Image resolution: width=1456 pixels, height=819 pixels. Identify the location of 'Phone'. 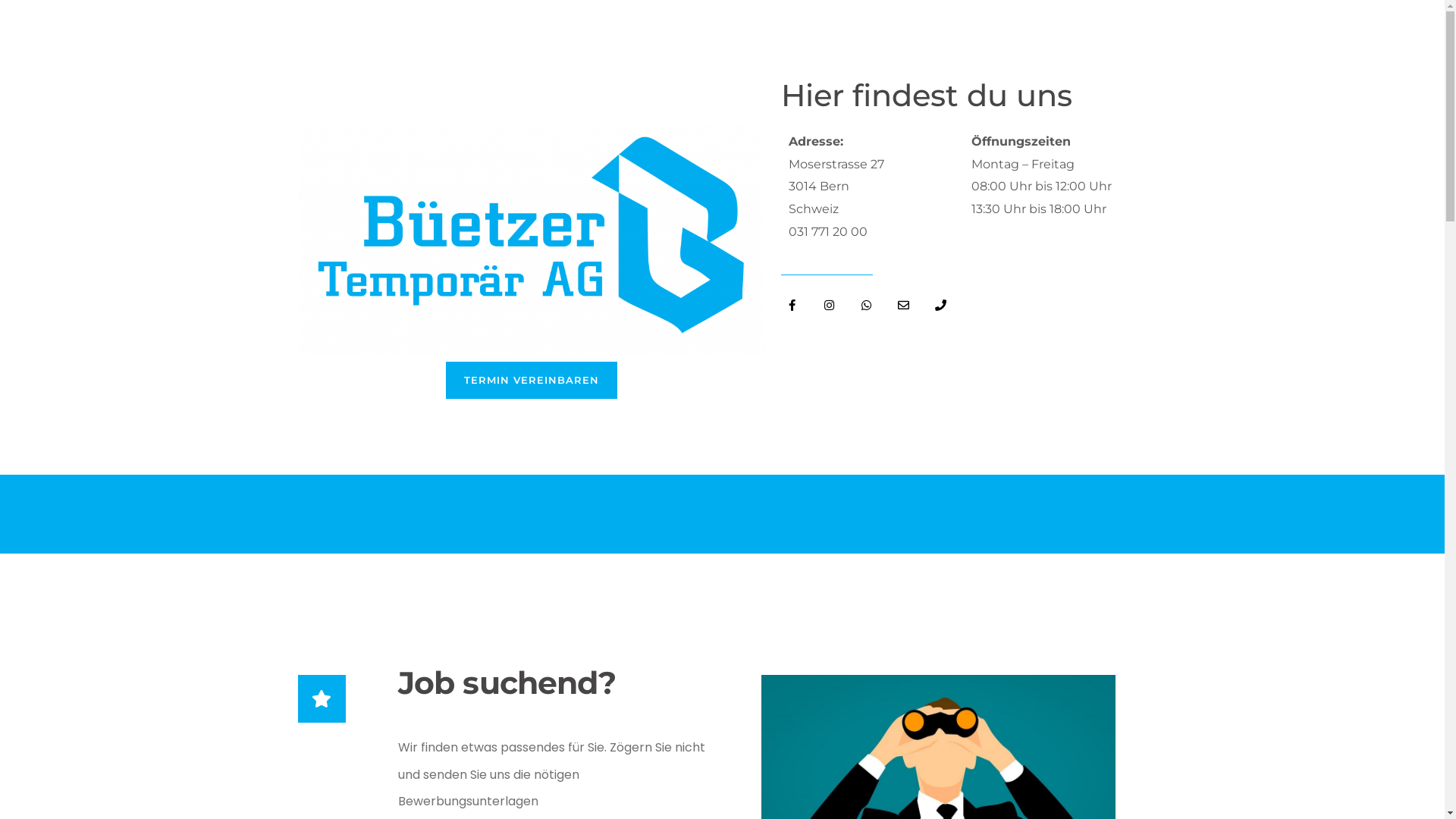
(940, 305).